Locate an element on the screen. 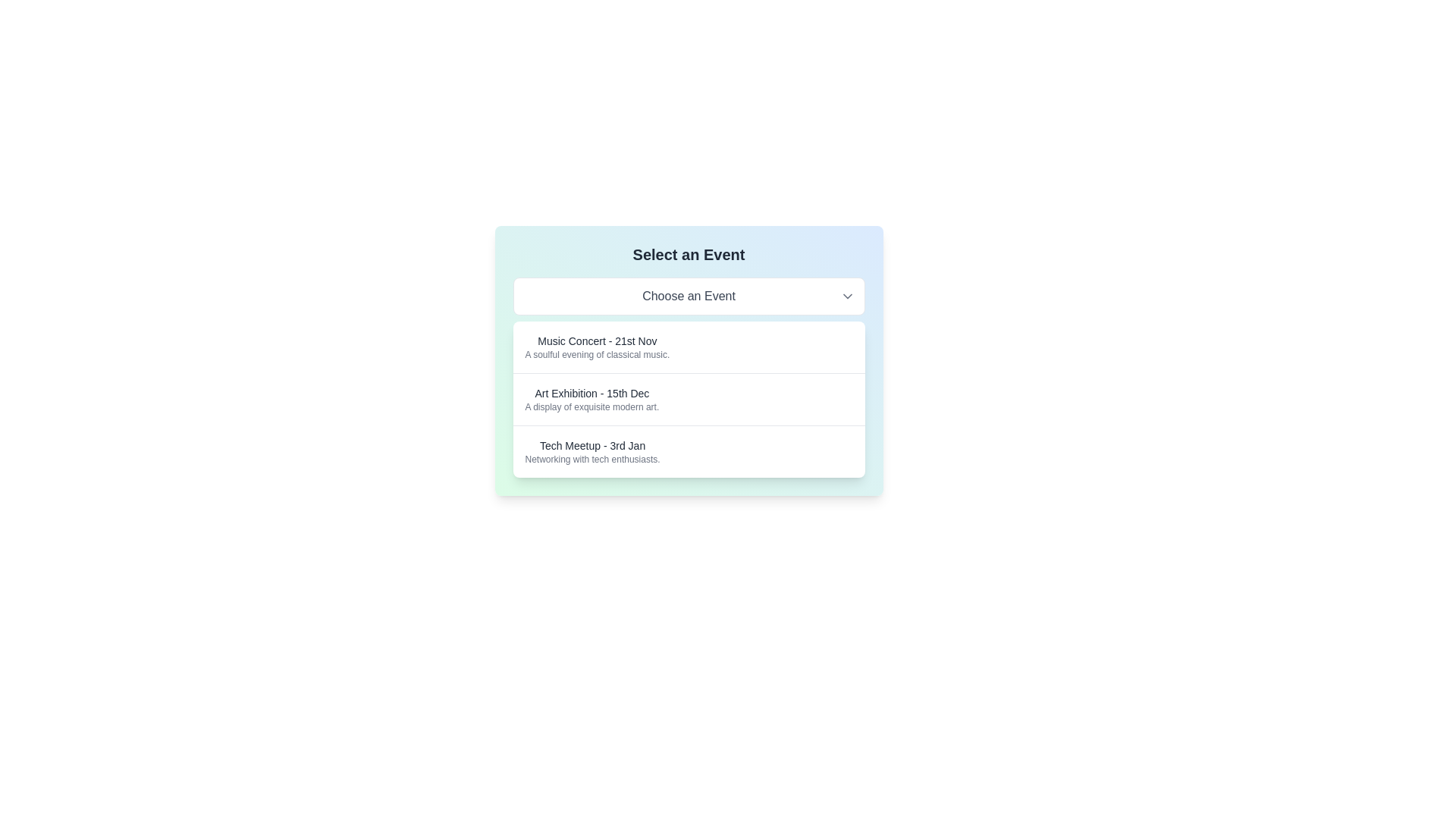 This screenshot has width=1456, height=819. the list item displaying 'Tech Meetup - 3rd Jan' is located at coordinates (688, 451).